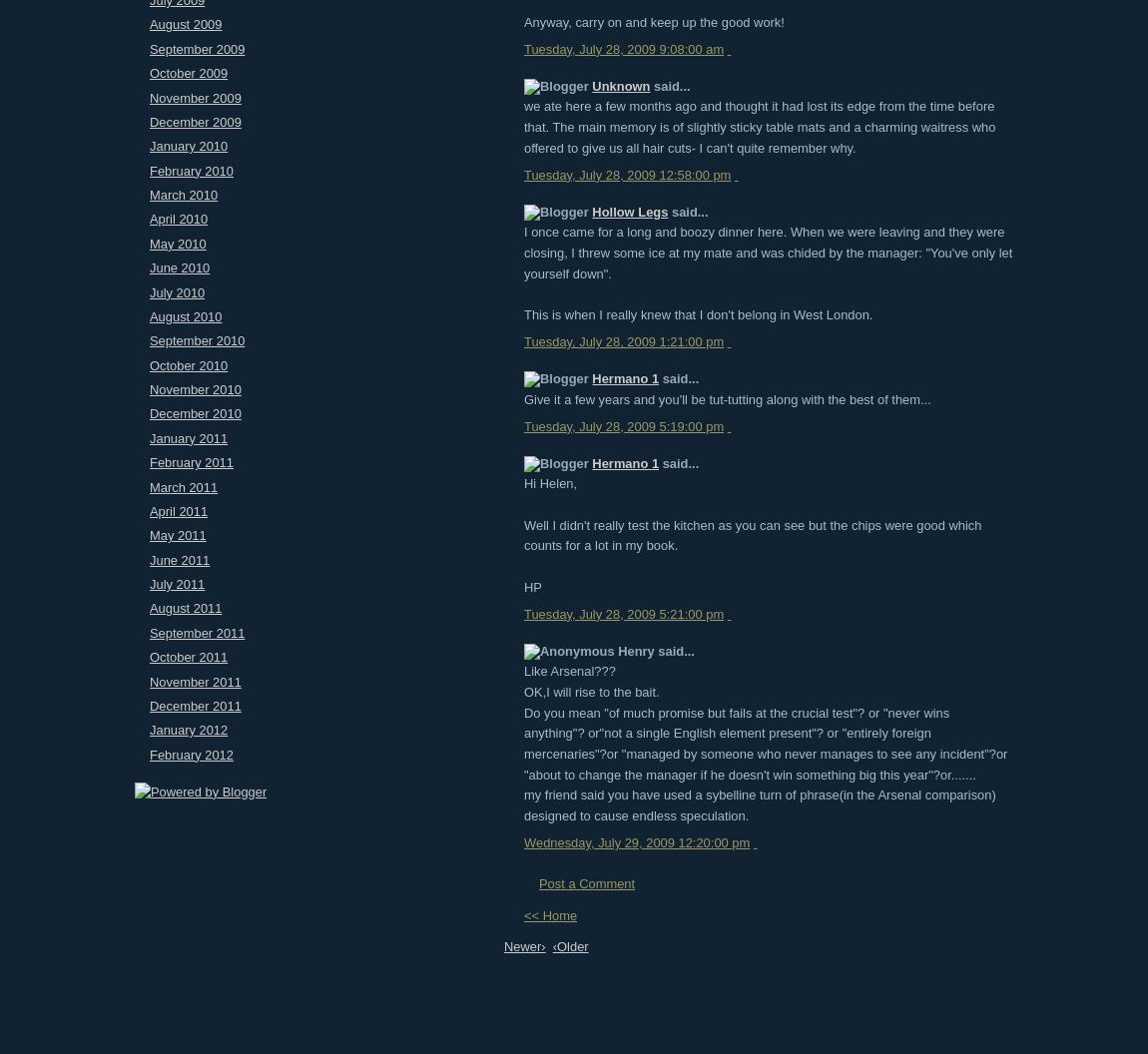  Describe the element at coordinates (190, 170) in the screenshot. I see `'February 2010'` at that location.